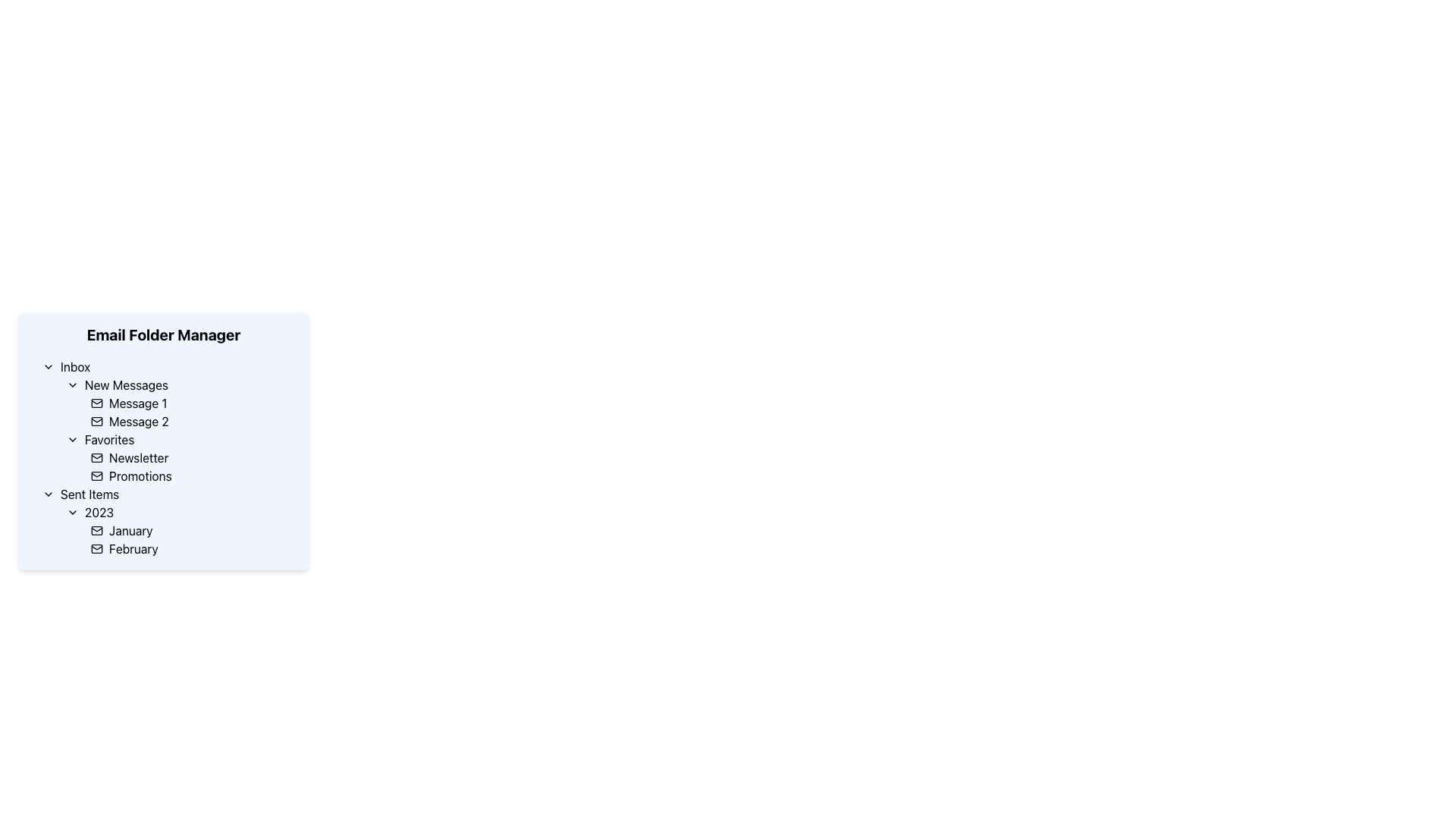  I want to click on the second item in the 'Favorites' section, which represents a category or folder, located below 'Newsletter' and above 'Sent Items', so click(182, 466).